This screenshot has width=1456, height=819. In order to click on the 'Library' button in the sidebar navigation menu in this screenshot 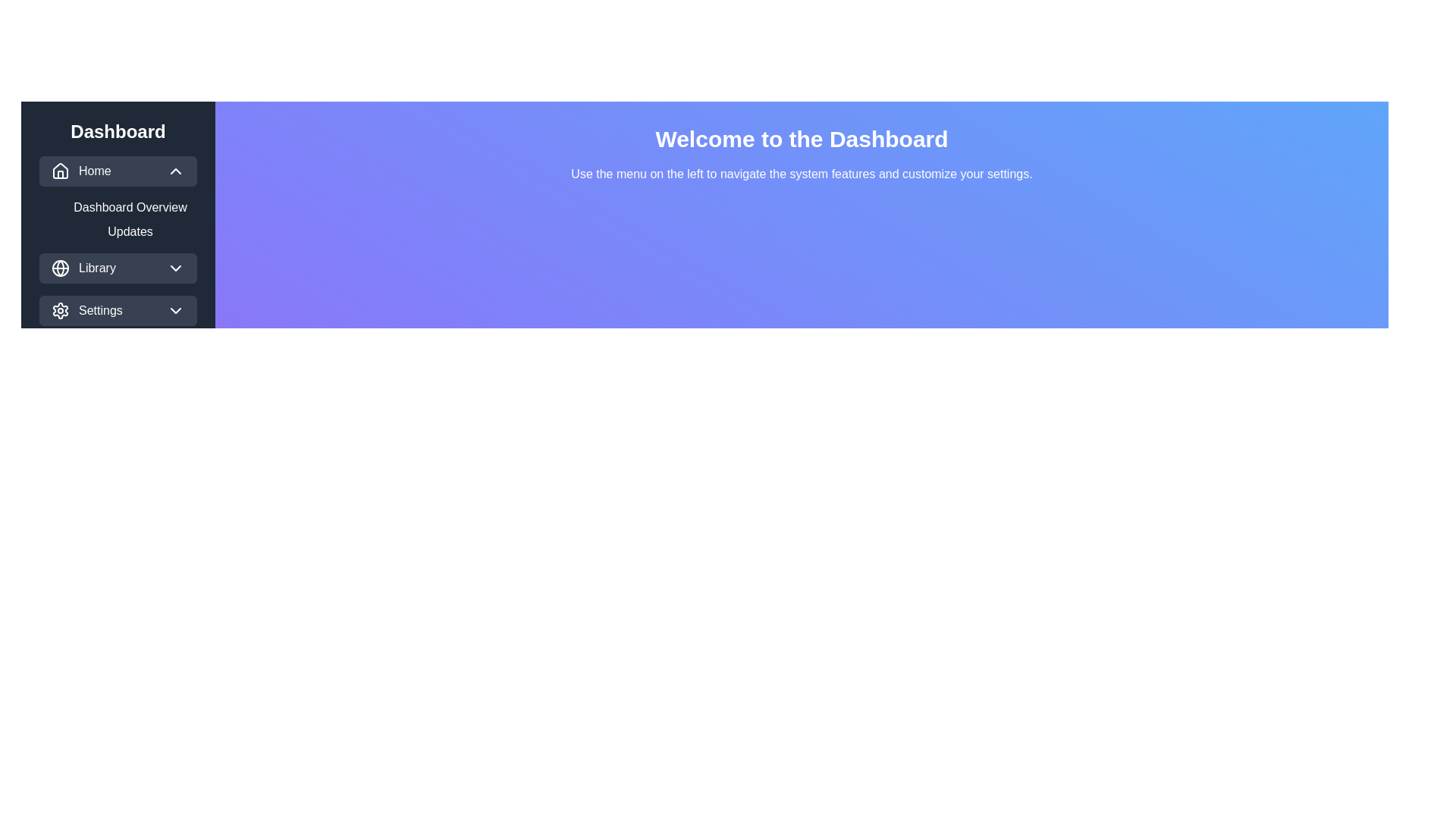, I will do `click(118, 268)`.